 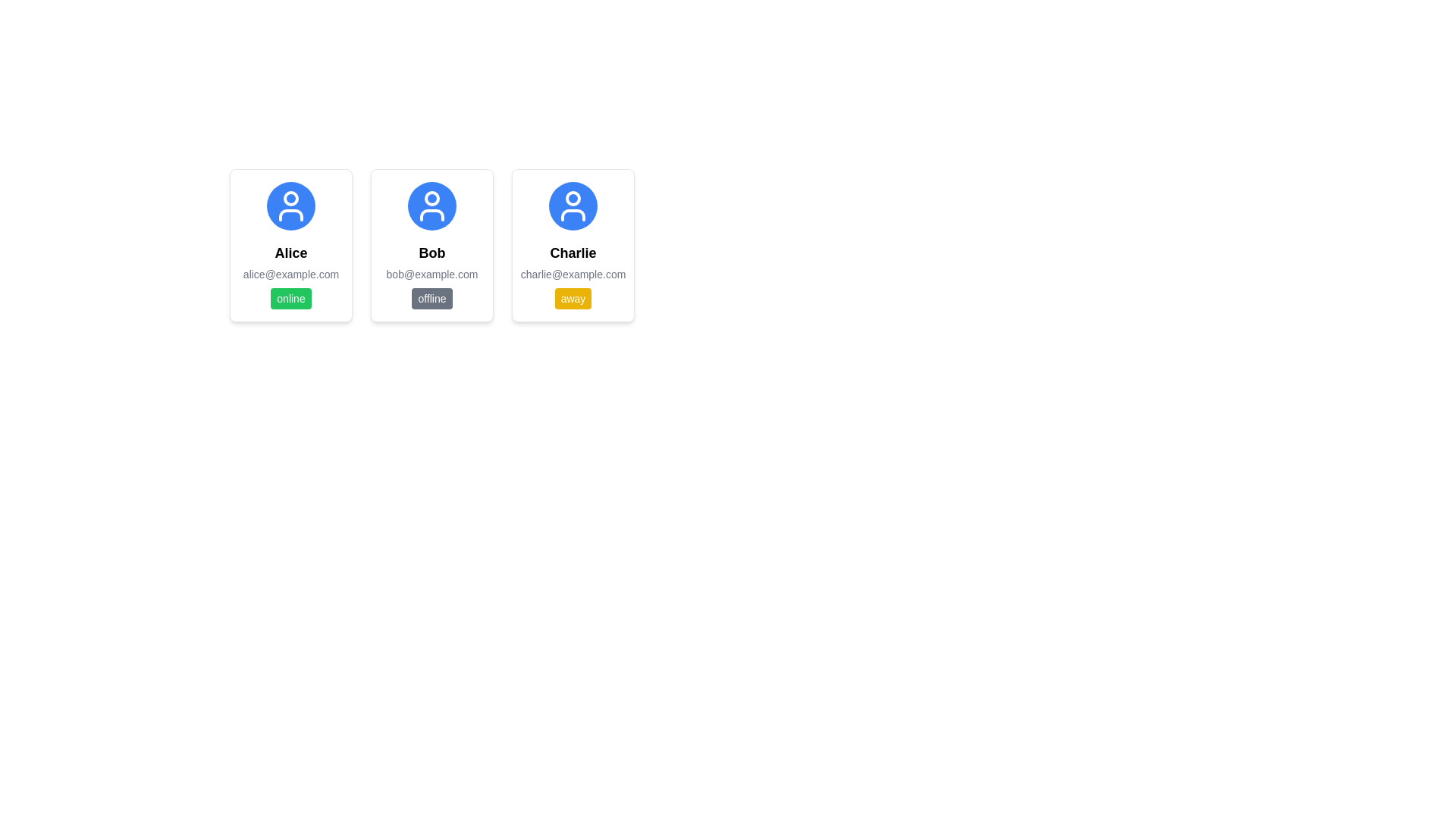 I want to click on the text label identifying the user profile as 'Charlie', which is located in the third user profile card from the left, below the avatar and above the email address, so click(x=572, y=253).